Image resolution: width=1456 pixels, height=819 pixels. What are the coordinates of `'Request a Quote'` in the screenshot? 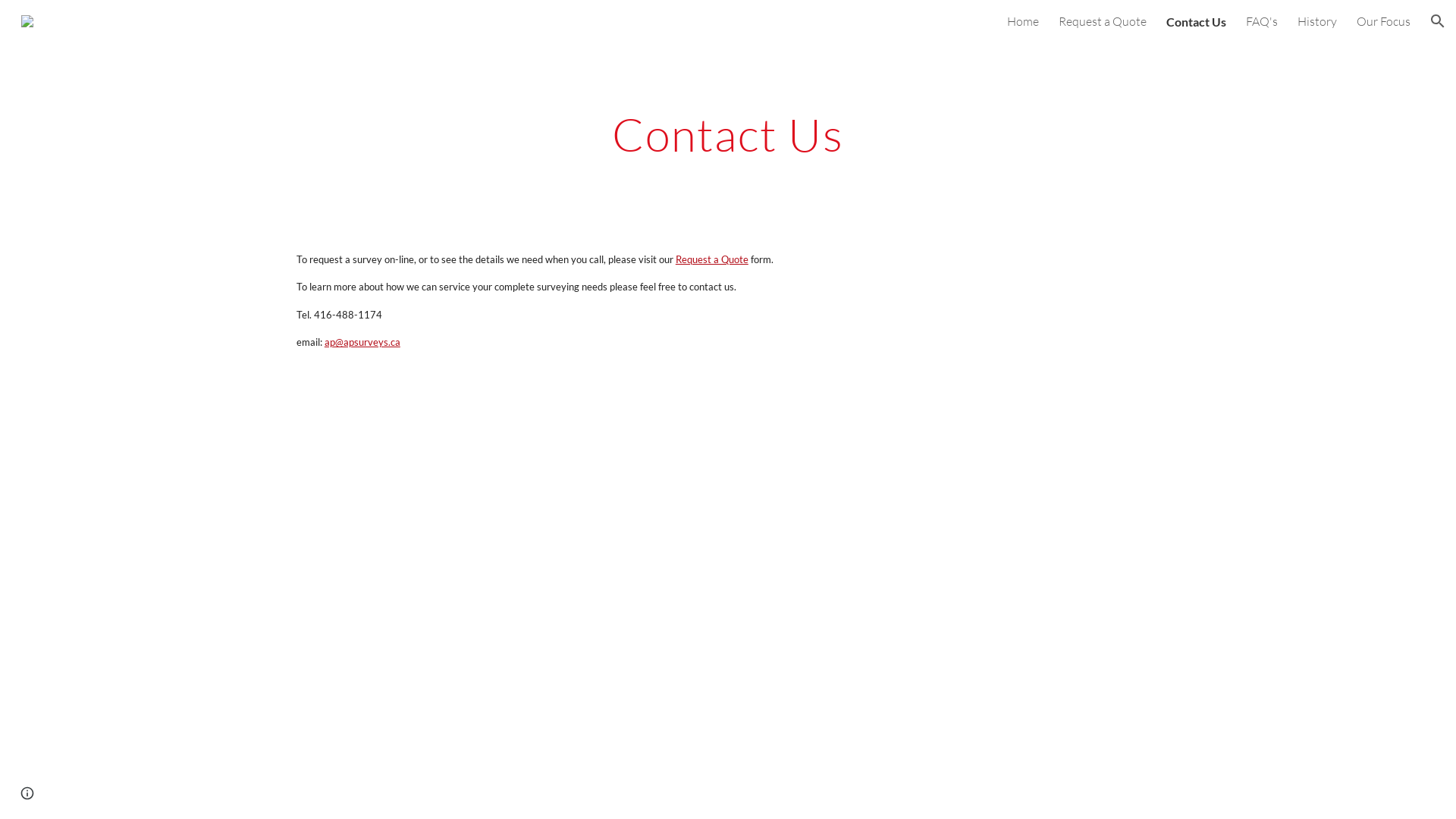 It's located at (1058, 20).